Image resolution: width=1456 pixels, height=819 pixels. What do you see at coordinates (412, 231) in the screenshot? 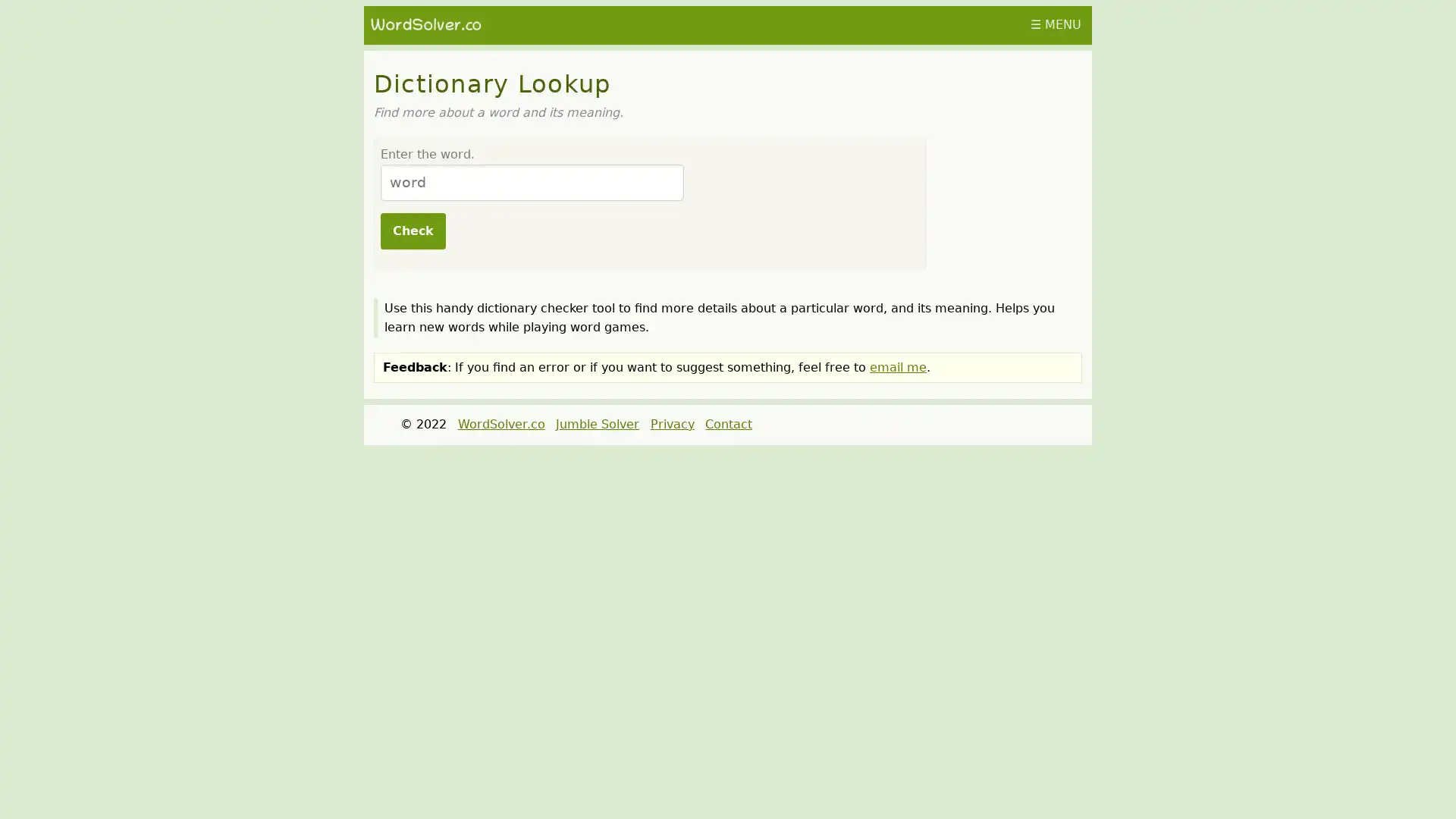
I see `Check` at bounding box center [412, 231].